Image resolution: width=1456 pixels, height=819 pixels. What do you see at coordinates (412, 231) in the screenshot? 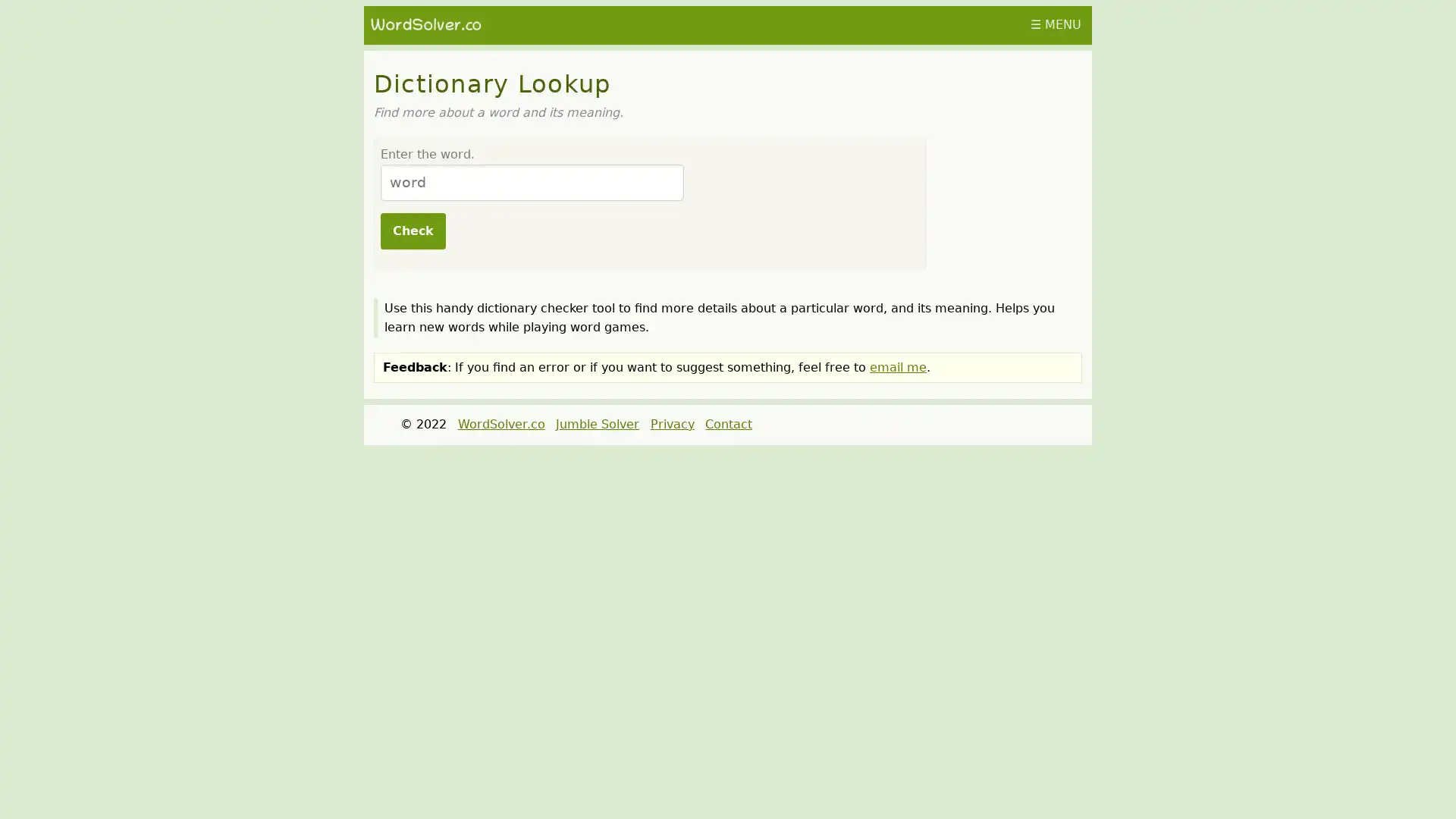
I see `Check` at bounding box center [412, 231].